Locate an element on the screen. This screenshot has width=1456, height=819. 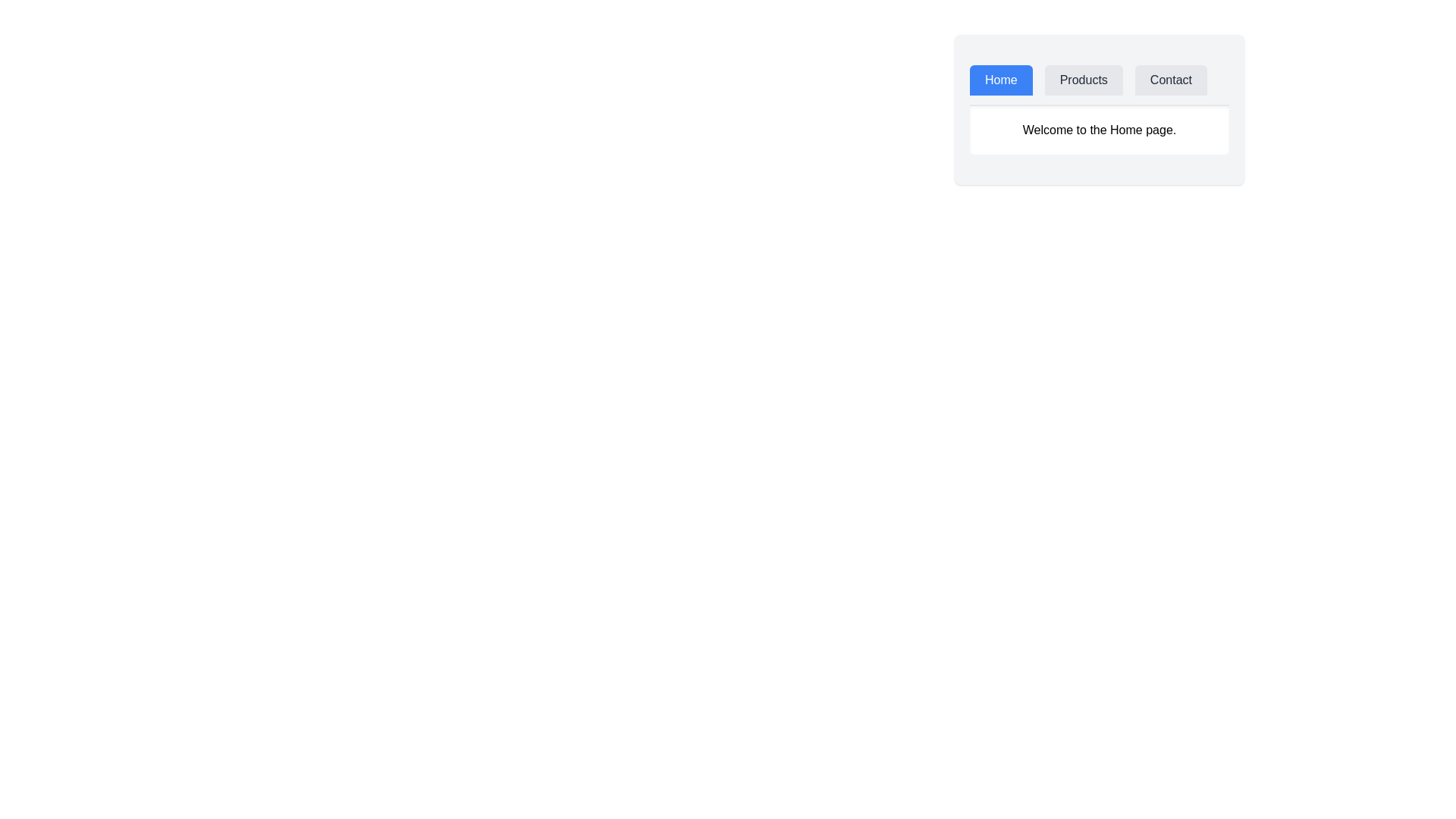
the tab labeled Contact to observe visual changes is located at coordinates (1170, 80).